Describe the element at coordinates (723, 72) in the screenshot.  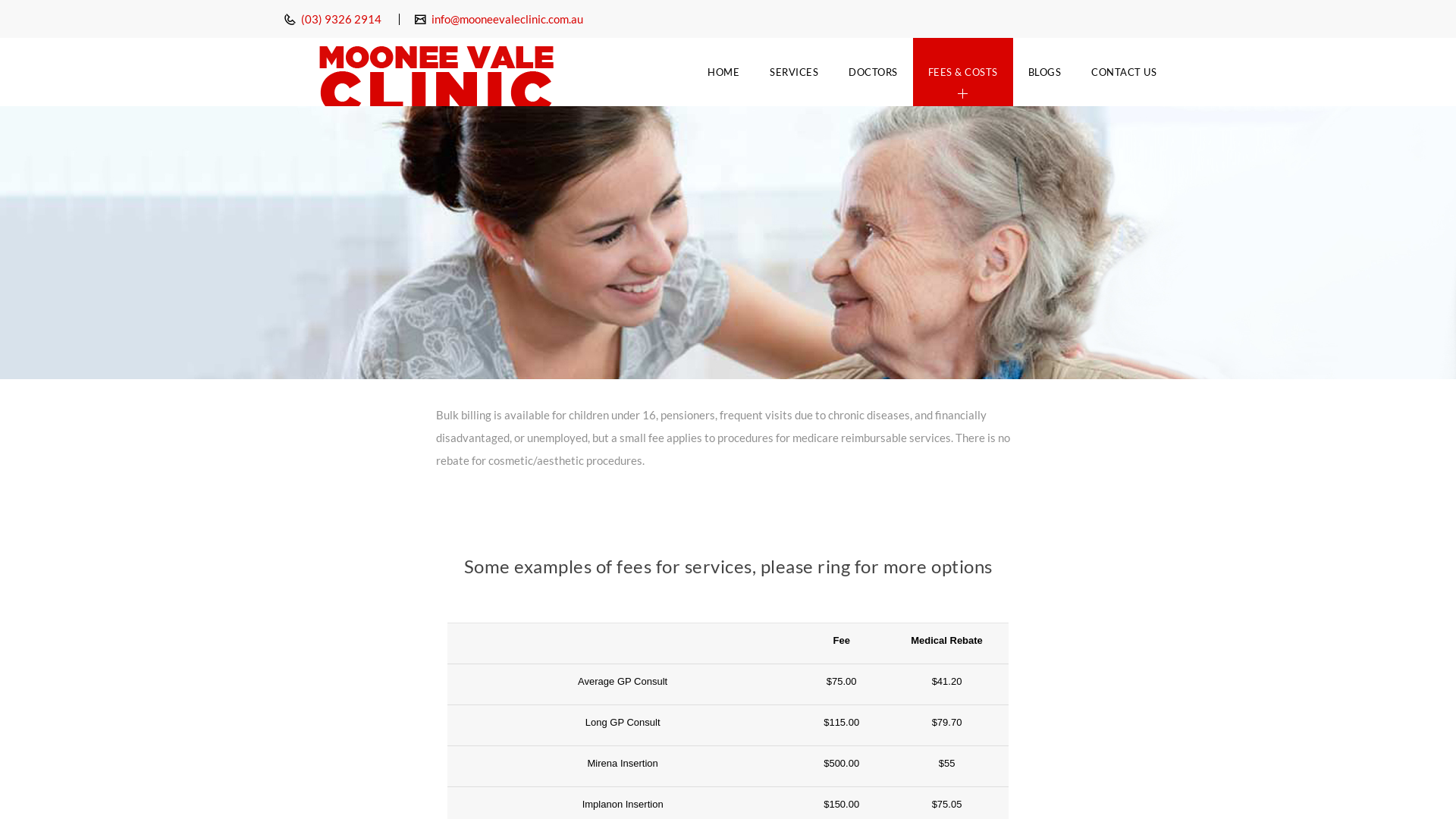
I see `'HOME'` at that location.